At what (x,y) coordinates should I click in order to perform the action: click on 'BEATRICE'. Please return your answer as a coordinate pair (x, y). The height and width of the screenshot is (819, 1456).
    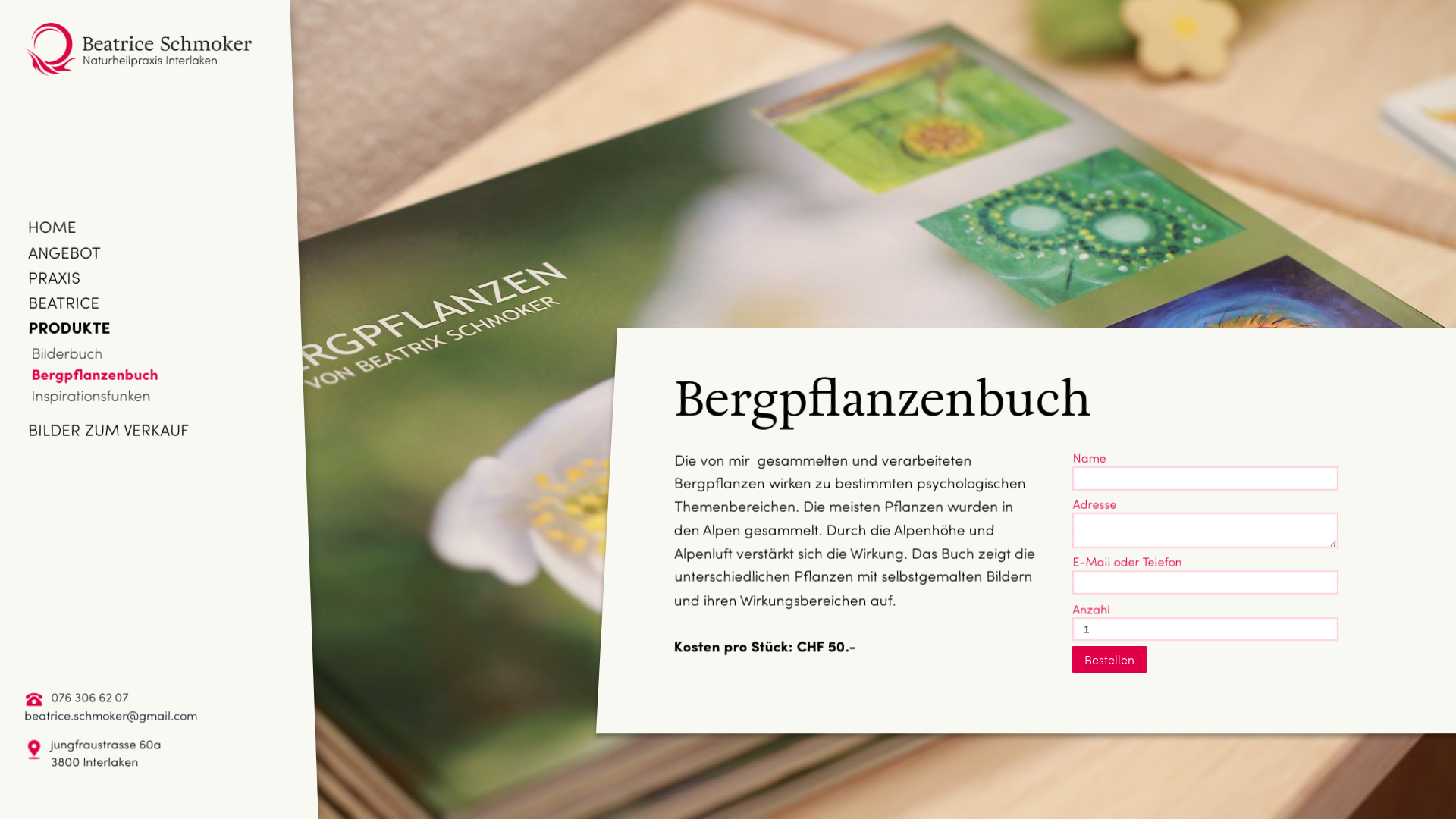
    Looking at the image, I should click on (62, 301).